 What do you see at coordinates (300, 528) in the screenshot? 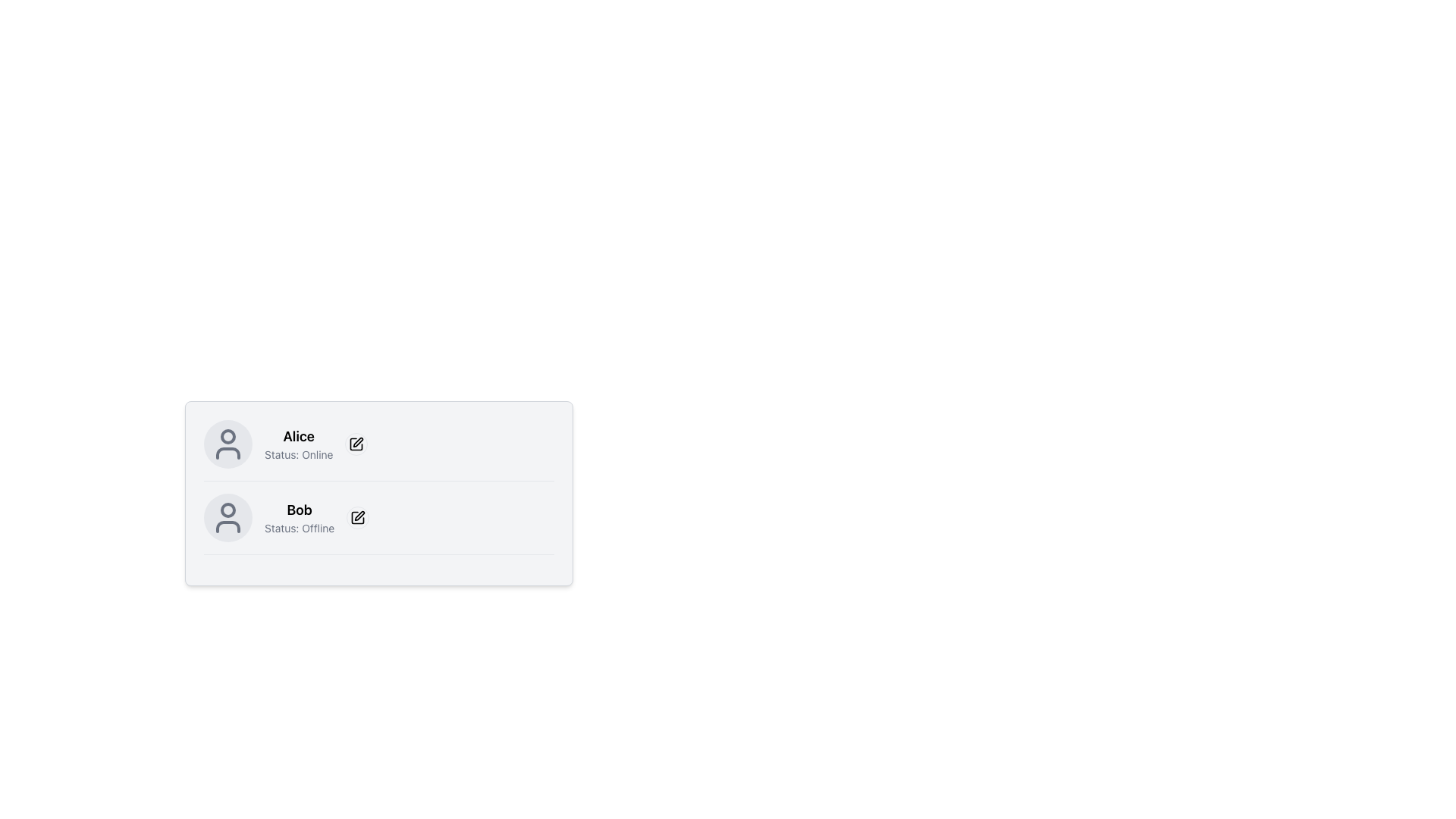
I see `text label displaying 'Status: Offline' located below the name 'Bob' within the profile card` at bounding box center [300, 528].